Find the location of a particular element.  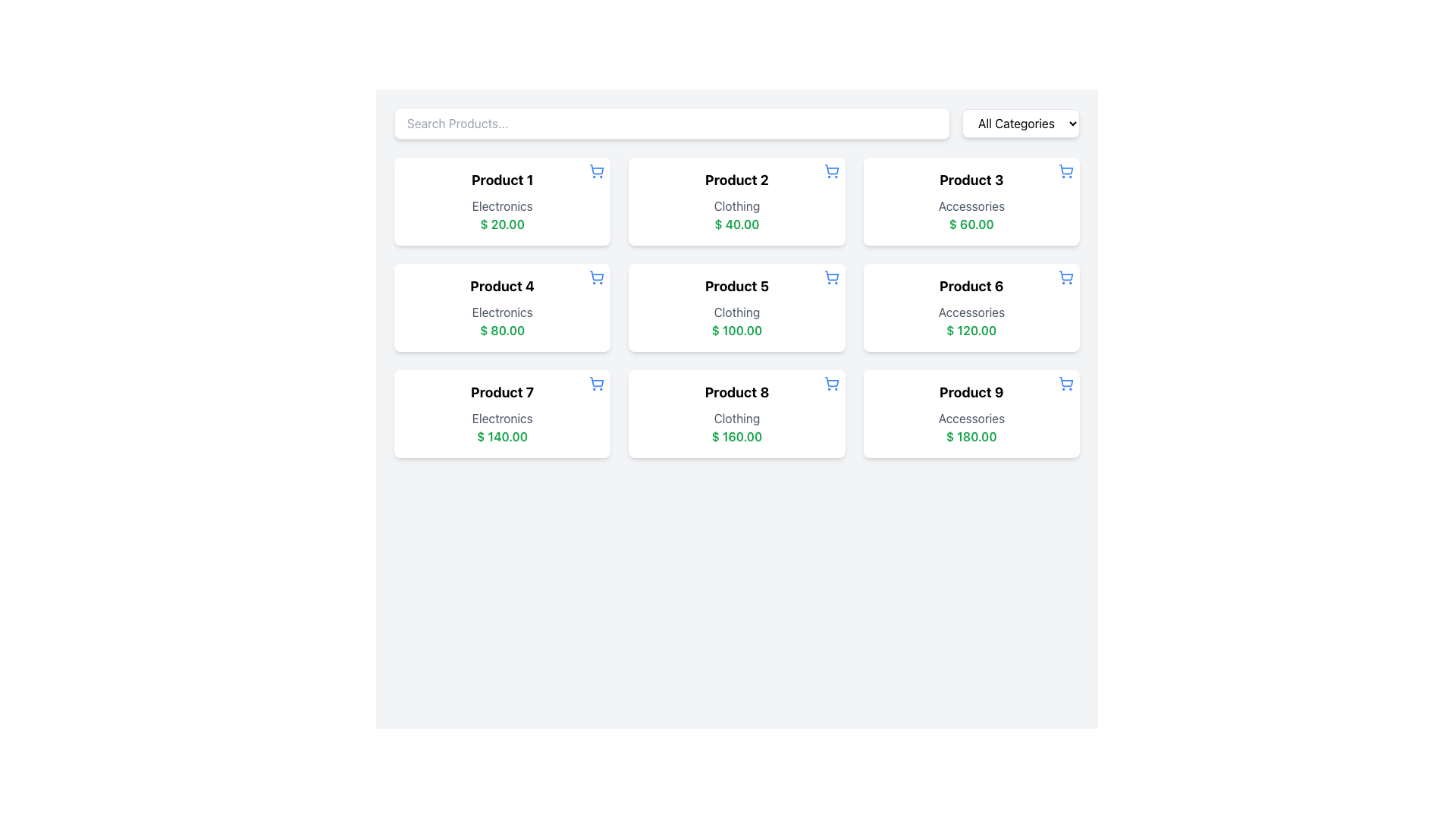

the price Text Label located within the card for 'Product 1' in the top-left corner of the grid, positioned below the category name 'Electronics' is located at coordinates (502, 224).